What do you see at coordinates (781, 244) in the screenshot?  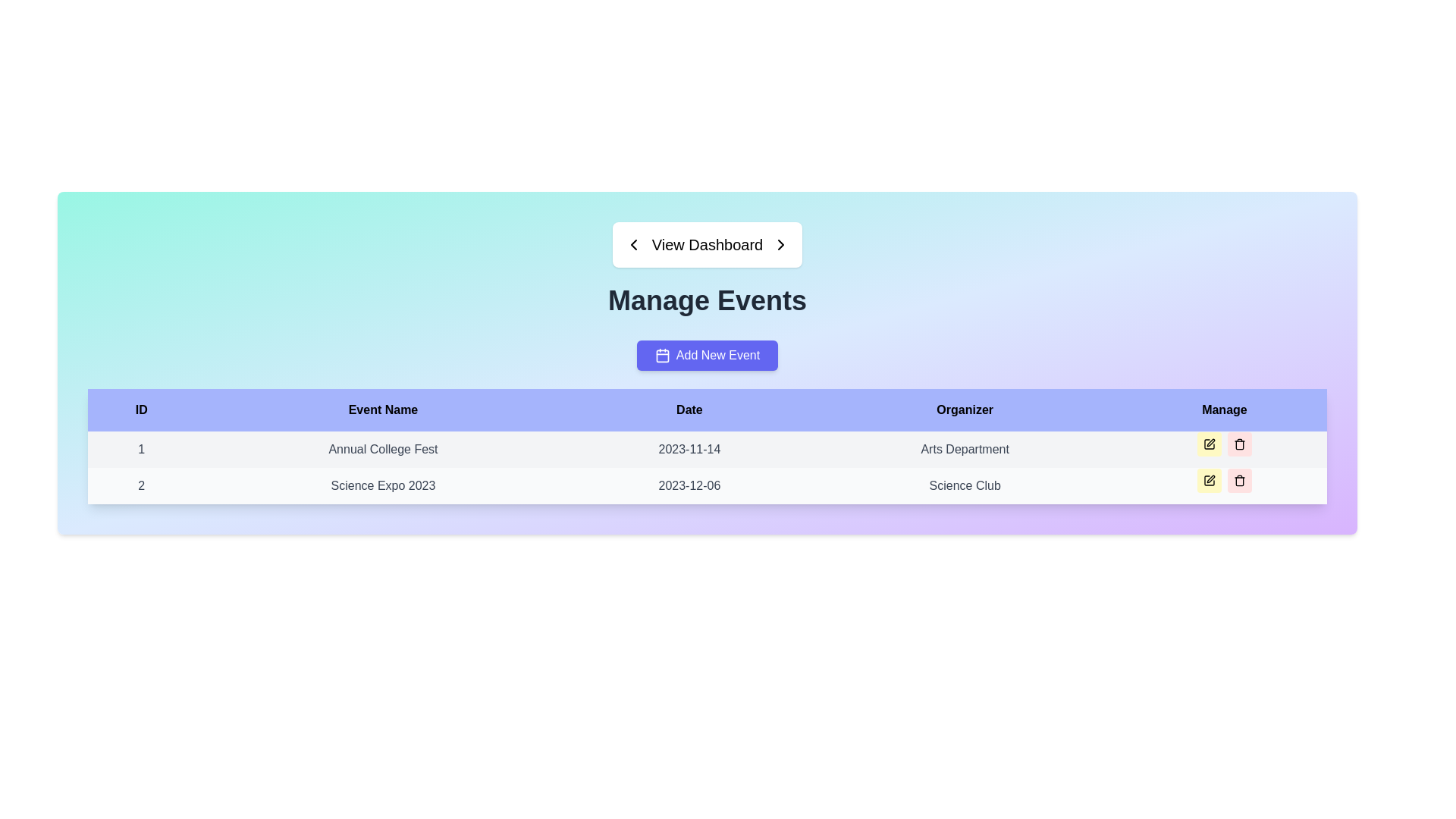 I see `the icon-based navigation button located to the right of the 'View Dashboard' text and the left-facing arrow icon` at bounding box center [781, 244].